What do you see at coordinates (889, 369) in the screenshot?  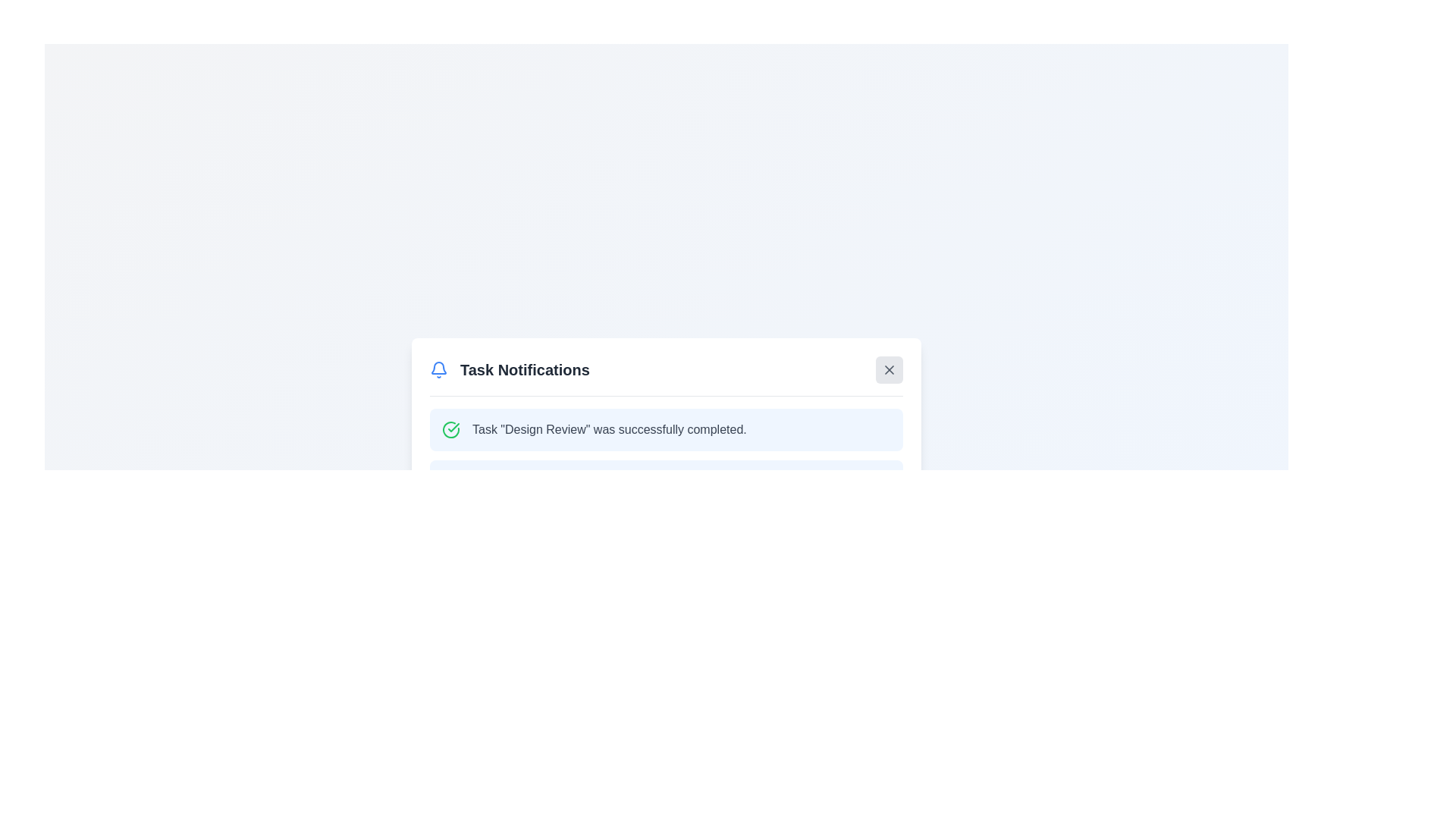 I see `the close button located at the top-right corner of the 'Task Notifications' panel` at bounding box center [889, 369].